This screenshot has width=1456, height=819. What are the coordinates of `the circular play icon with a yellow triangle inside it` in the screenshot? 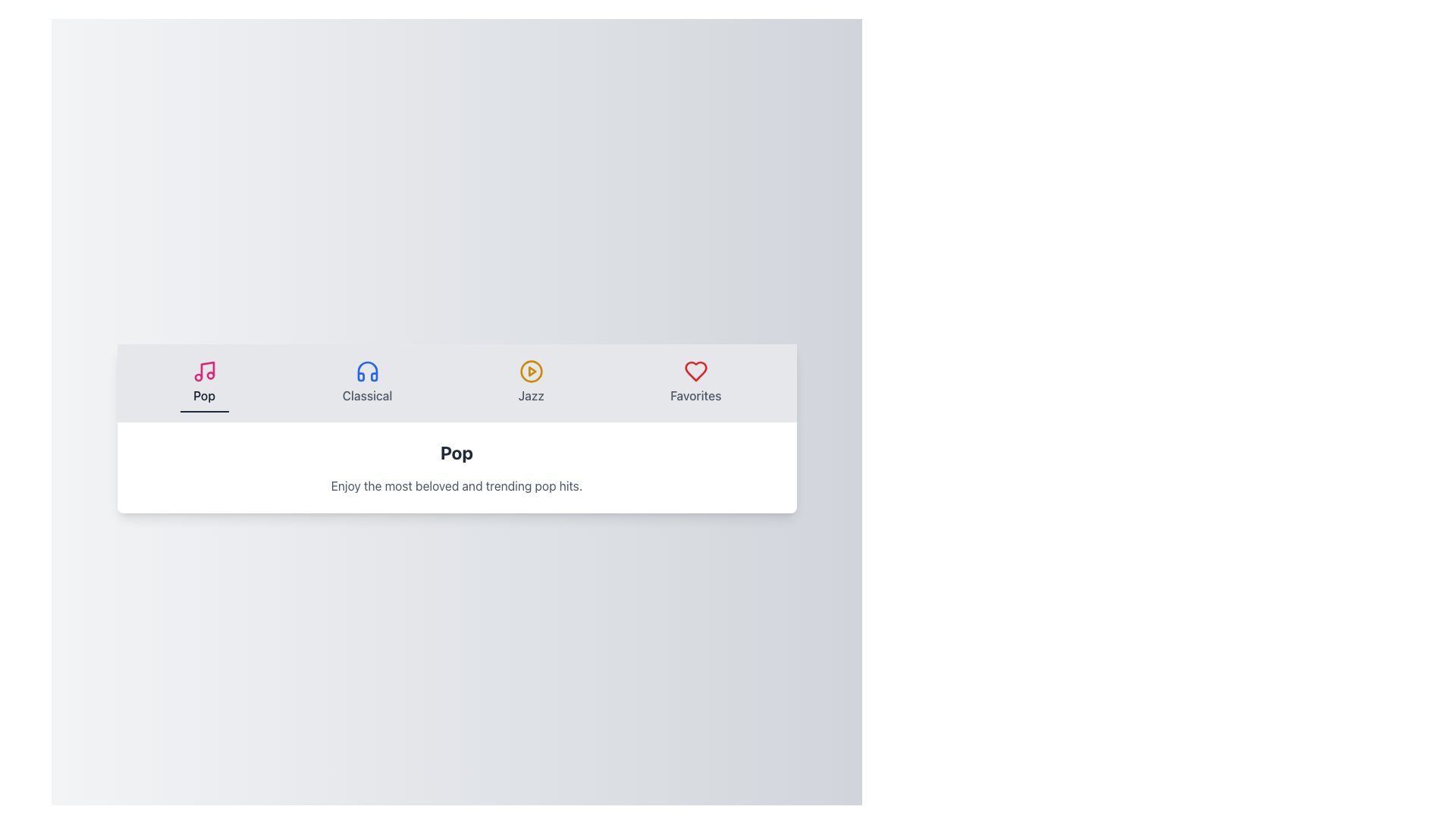 It's located at (531, 371).